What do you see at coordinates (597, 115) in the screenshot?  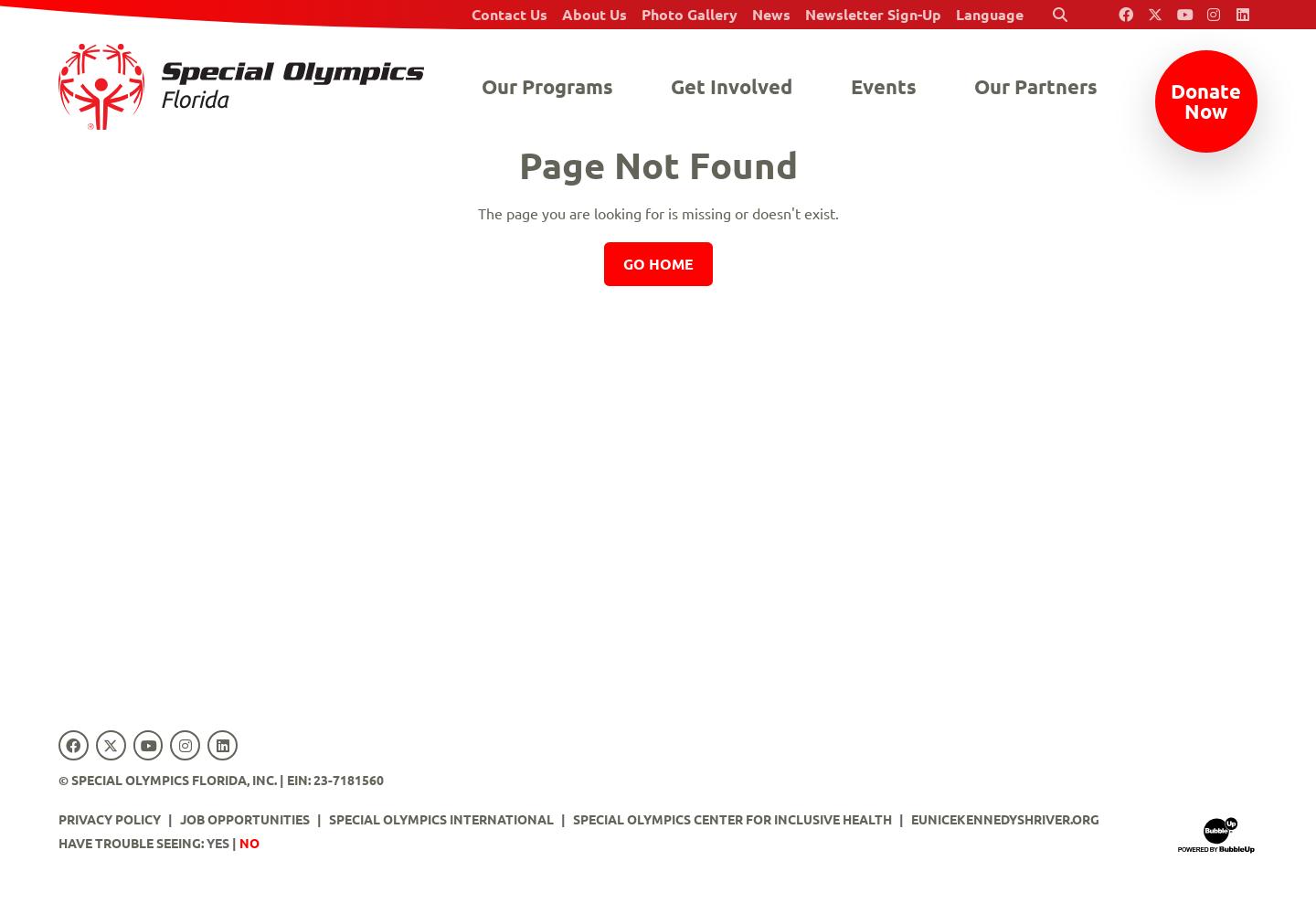 I see `'Staff'` at bounding box center [597, 115].